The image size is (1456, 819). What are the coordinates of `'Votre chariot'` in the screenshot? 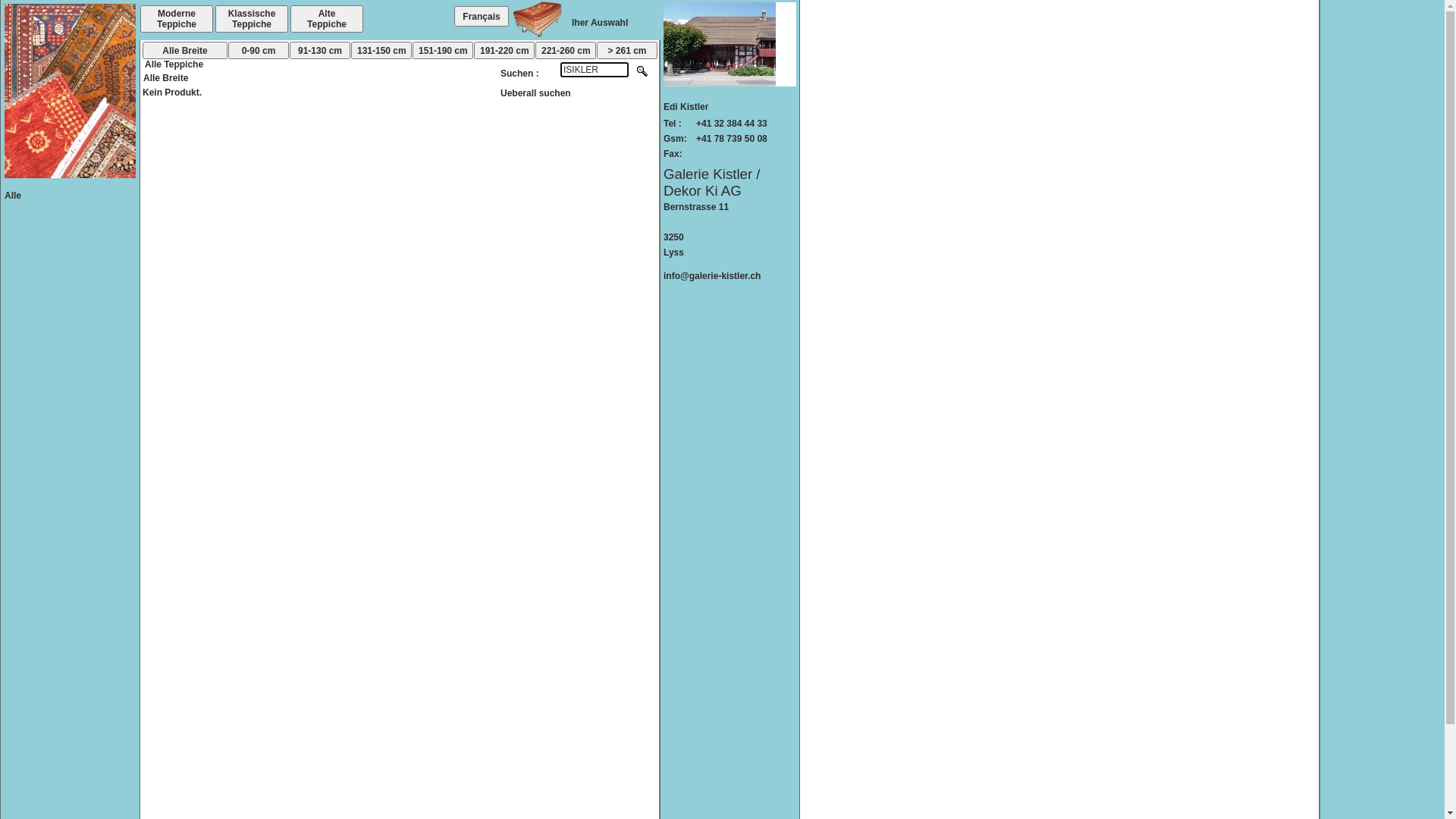 It's located at (538, 34).